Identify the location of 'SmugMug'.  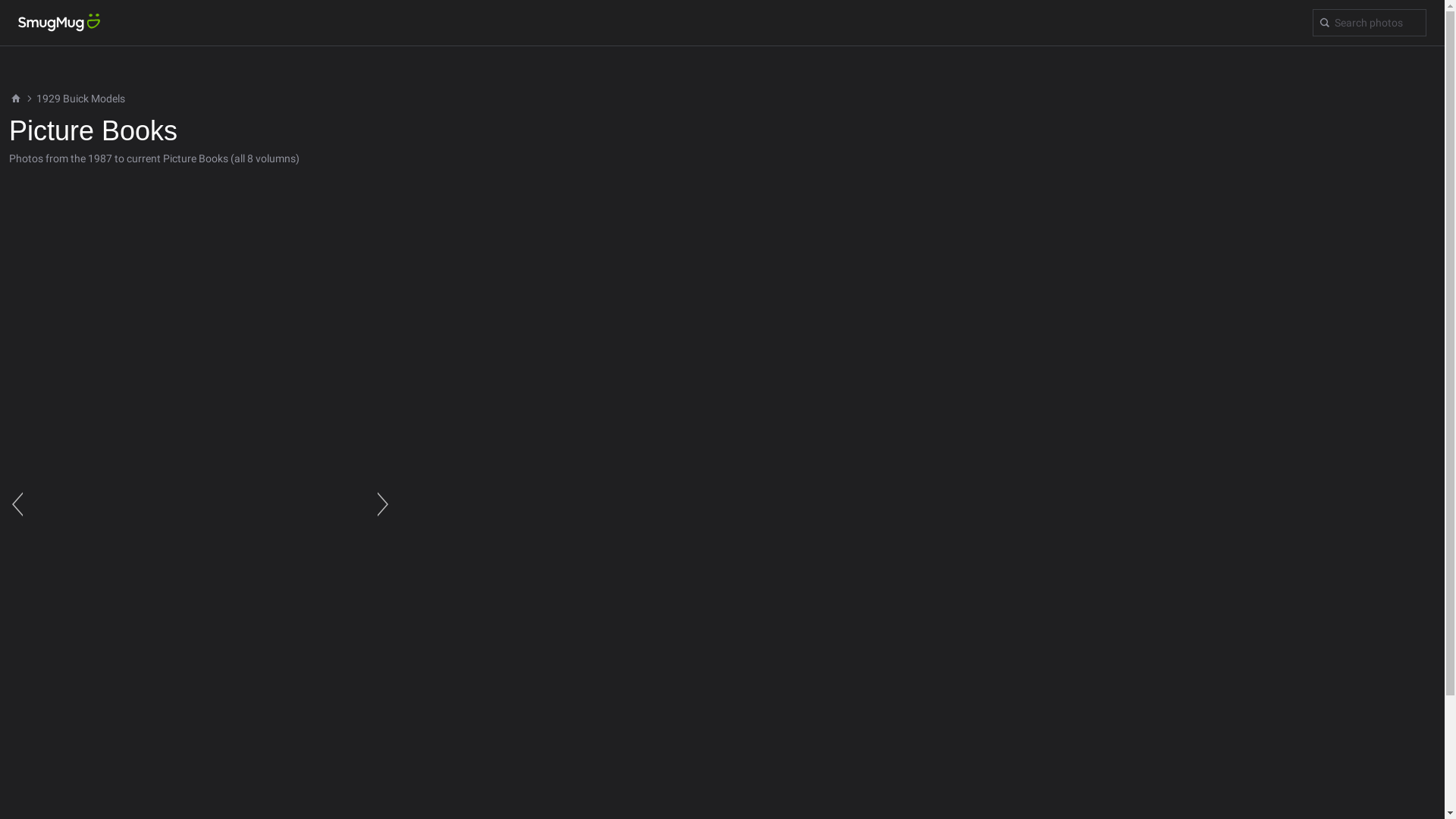
(0, 23).